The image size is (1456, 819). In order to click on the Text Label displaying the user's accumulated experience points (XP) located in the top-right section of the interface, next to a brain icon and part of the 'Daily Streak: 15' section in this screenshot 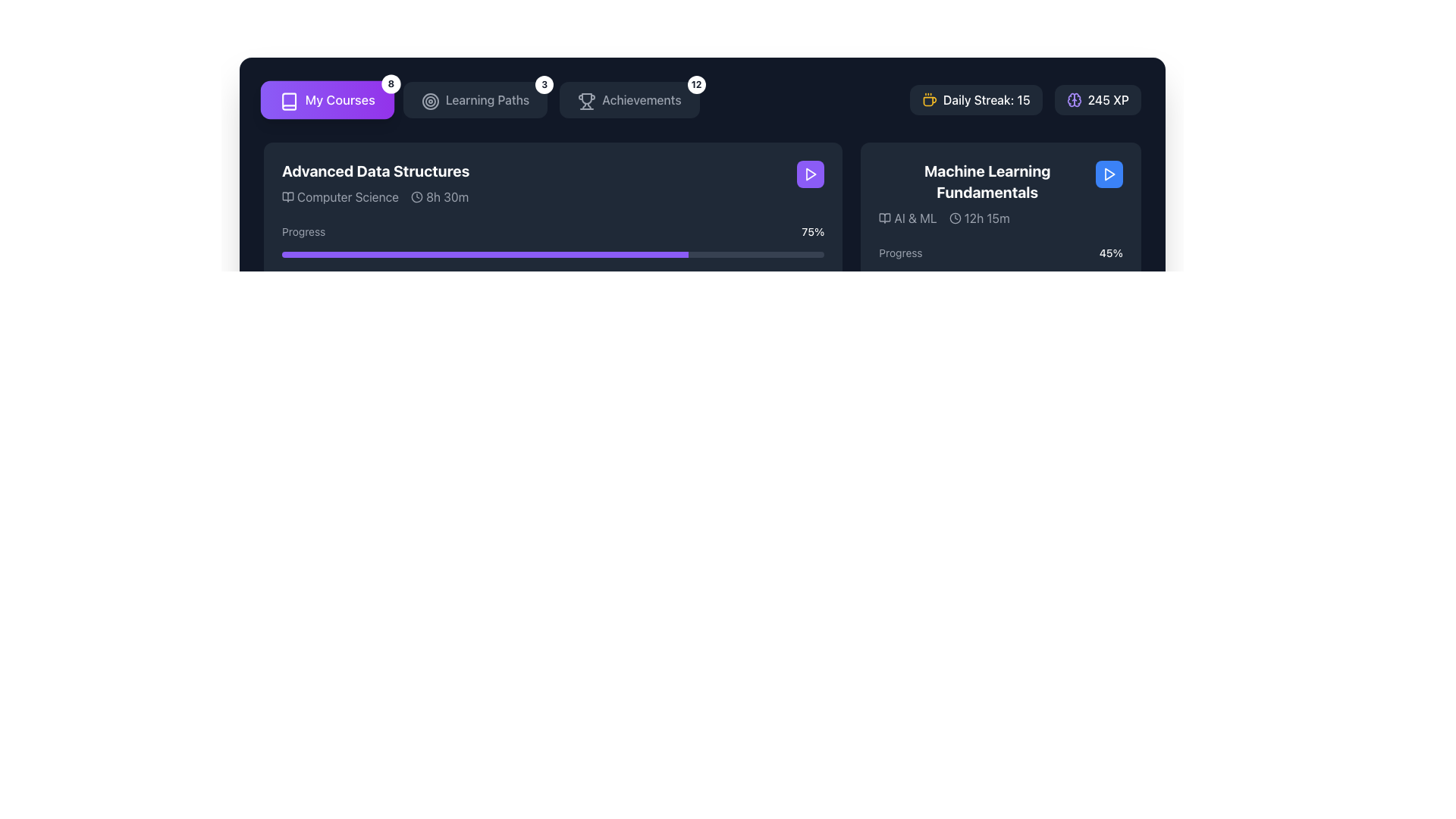, I will do `click(1108, 99)`.